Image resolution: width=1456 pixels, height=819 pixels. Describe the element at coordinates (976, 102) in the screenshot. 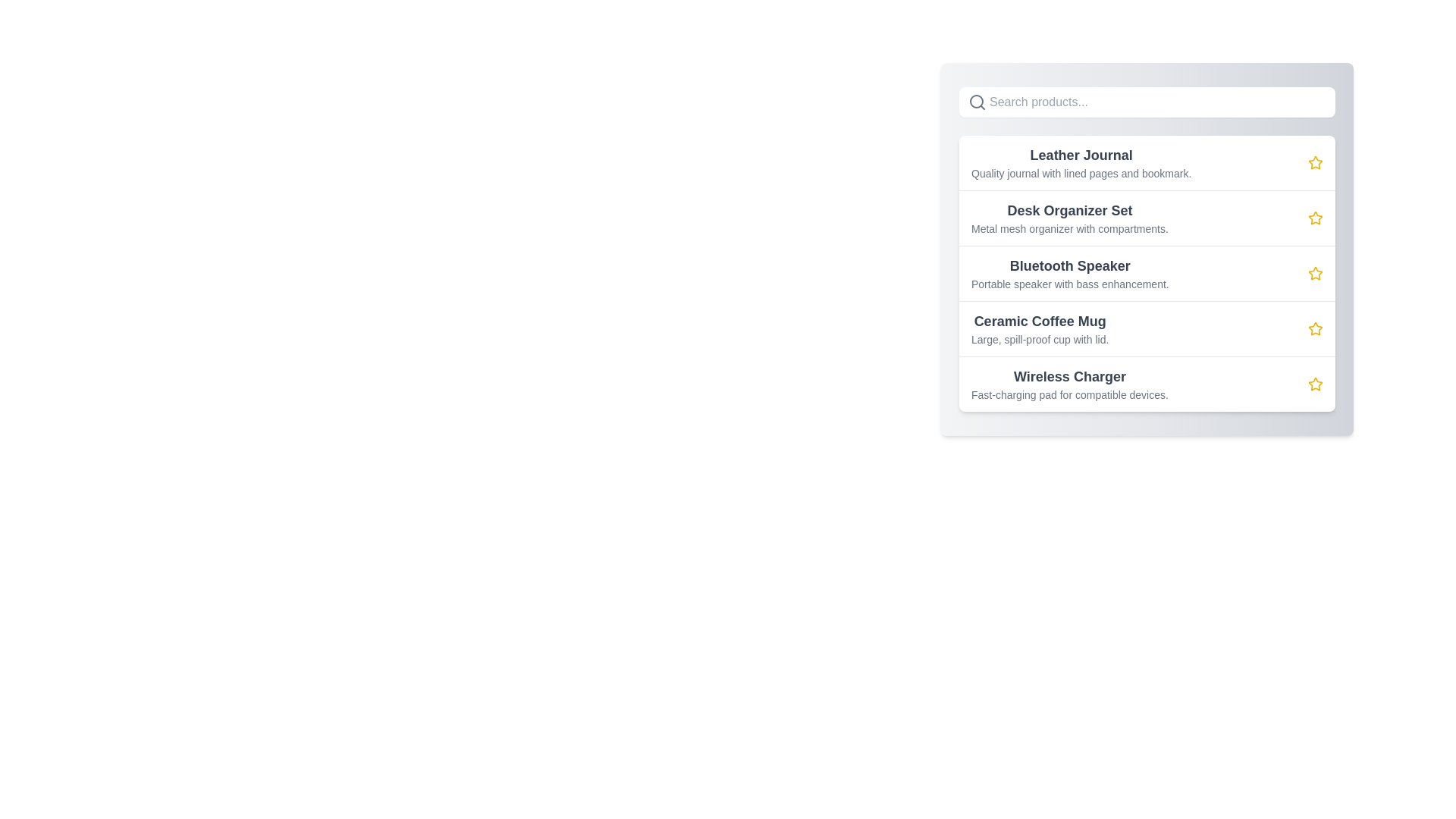

I see `SVG Circle element that is part of the magnifying glass icon located inside the search input field at the top-left corner of the interface` at that location.